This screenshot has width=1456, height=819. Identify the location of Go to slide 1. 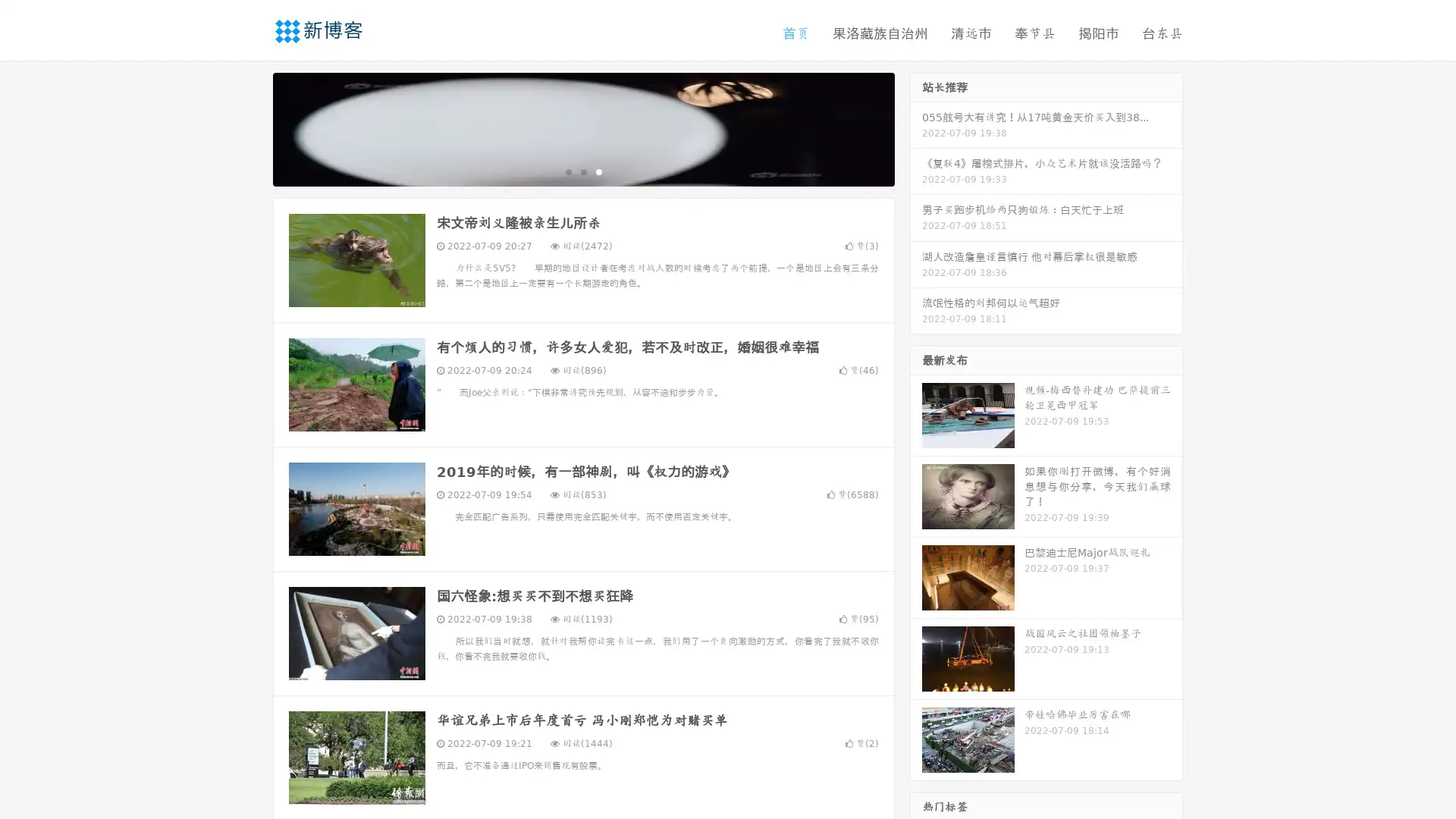
(567, 171).